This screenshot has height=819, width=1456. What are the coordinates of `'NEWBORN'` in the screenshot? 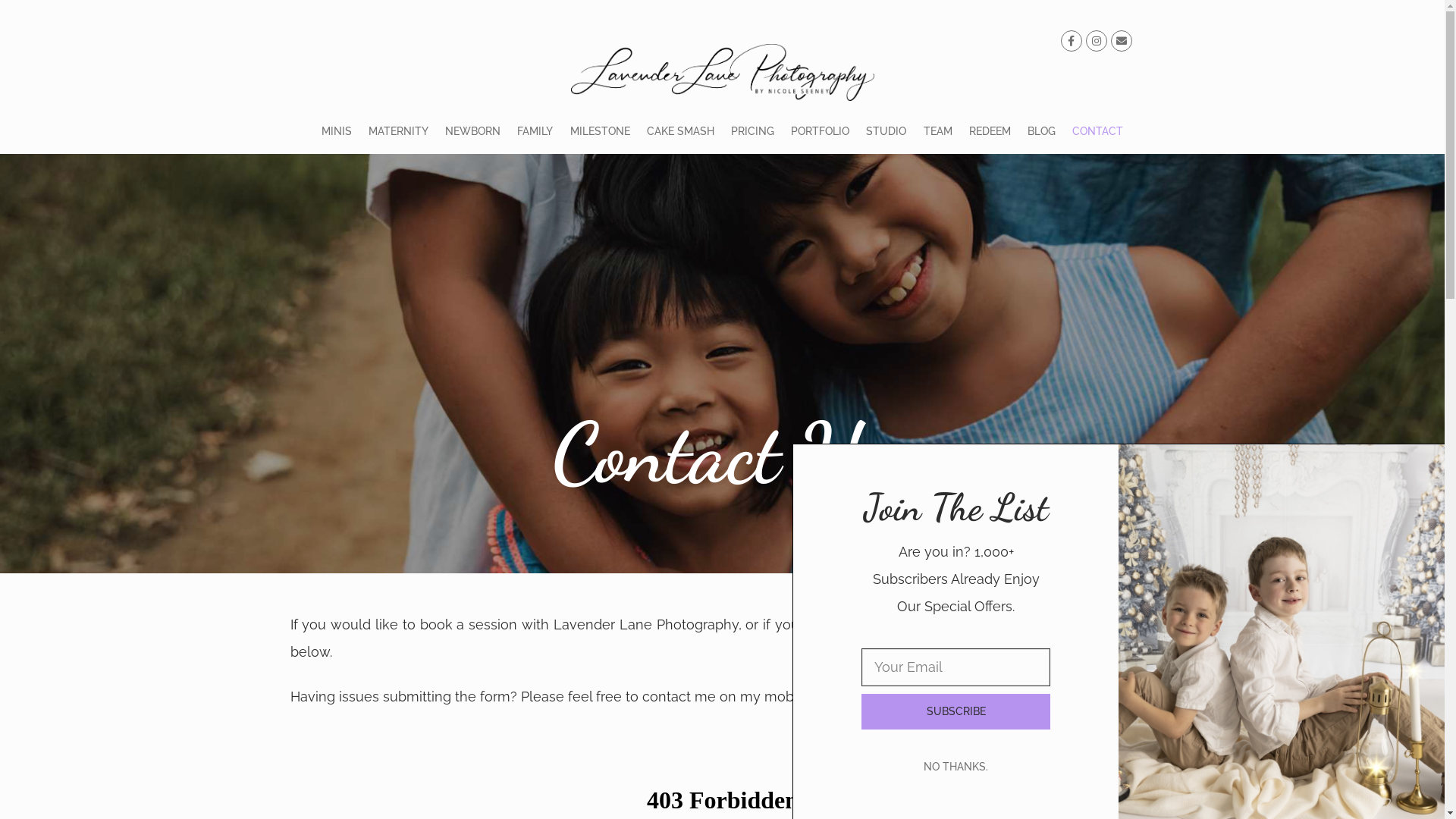 It's located at (436, 130).